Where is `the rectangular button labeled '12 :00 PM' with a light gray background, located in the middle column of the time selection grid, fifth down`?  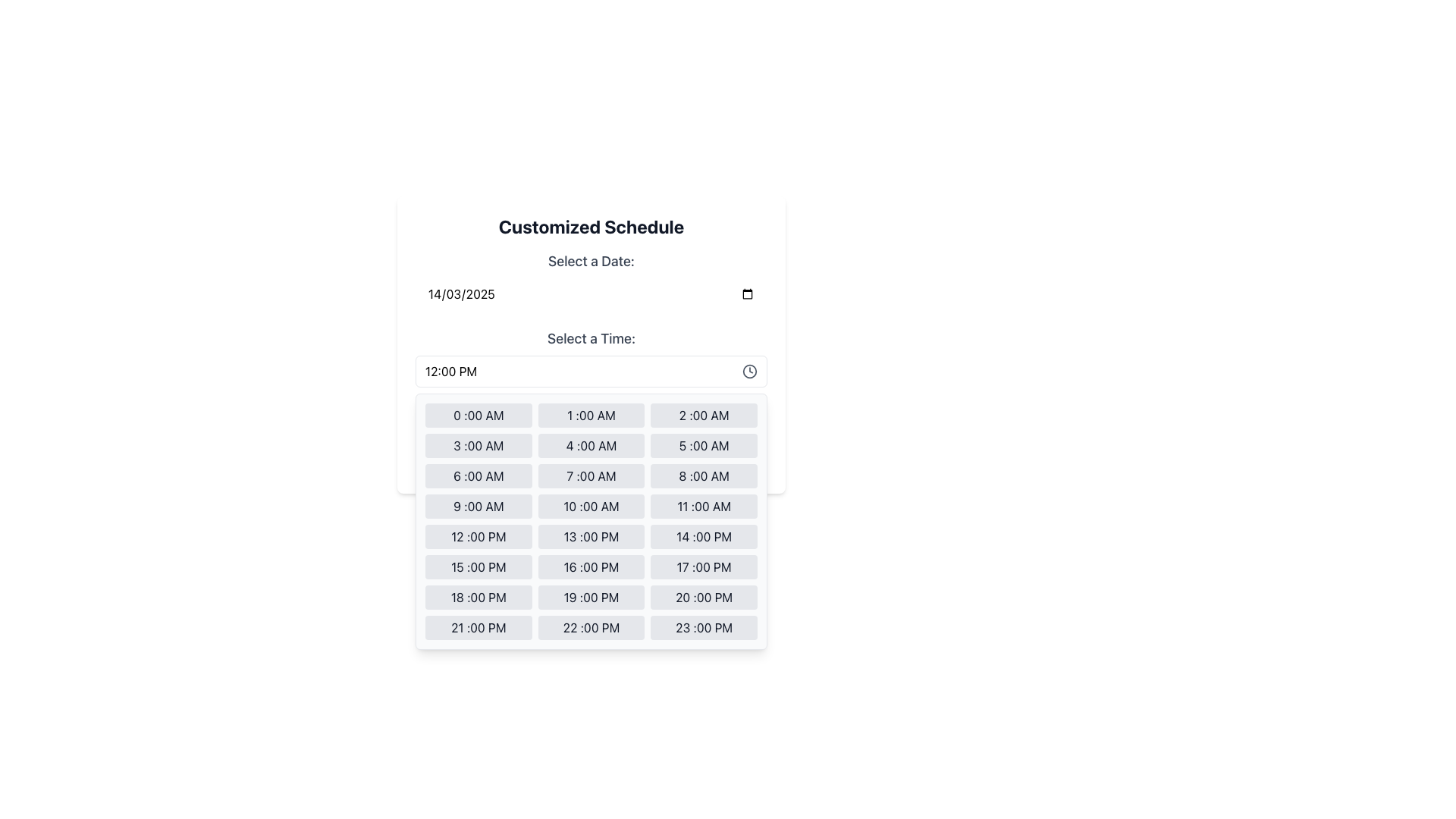 the rectangular button labeled '12 :00 PM' with a light gray background, located in the middle column of the time selection grid, fifth down is located at coordinates (478, 536).